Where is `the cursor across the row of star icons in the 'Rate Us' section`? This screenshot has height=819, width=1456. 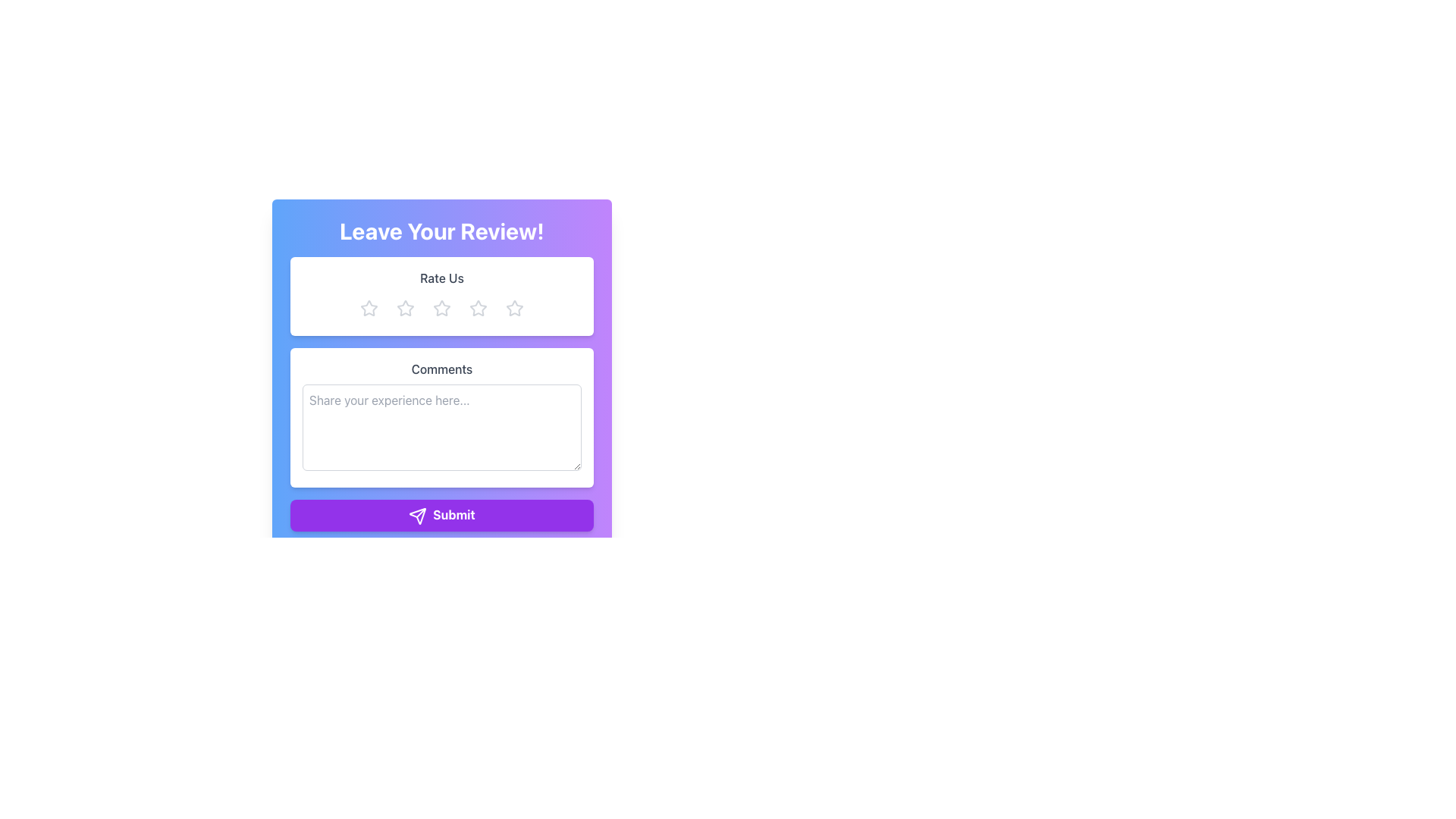
the cursor across the row of star icons in the 'Rate Us' section is located at coordinates (477, 307).